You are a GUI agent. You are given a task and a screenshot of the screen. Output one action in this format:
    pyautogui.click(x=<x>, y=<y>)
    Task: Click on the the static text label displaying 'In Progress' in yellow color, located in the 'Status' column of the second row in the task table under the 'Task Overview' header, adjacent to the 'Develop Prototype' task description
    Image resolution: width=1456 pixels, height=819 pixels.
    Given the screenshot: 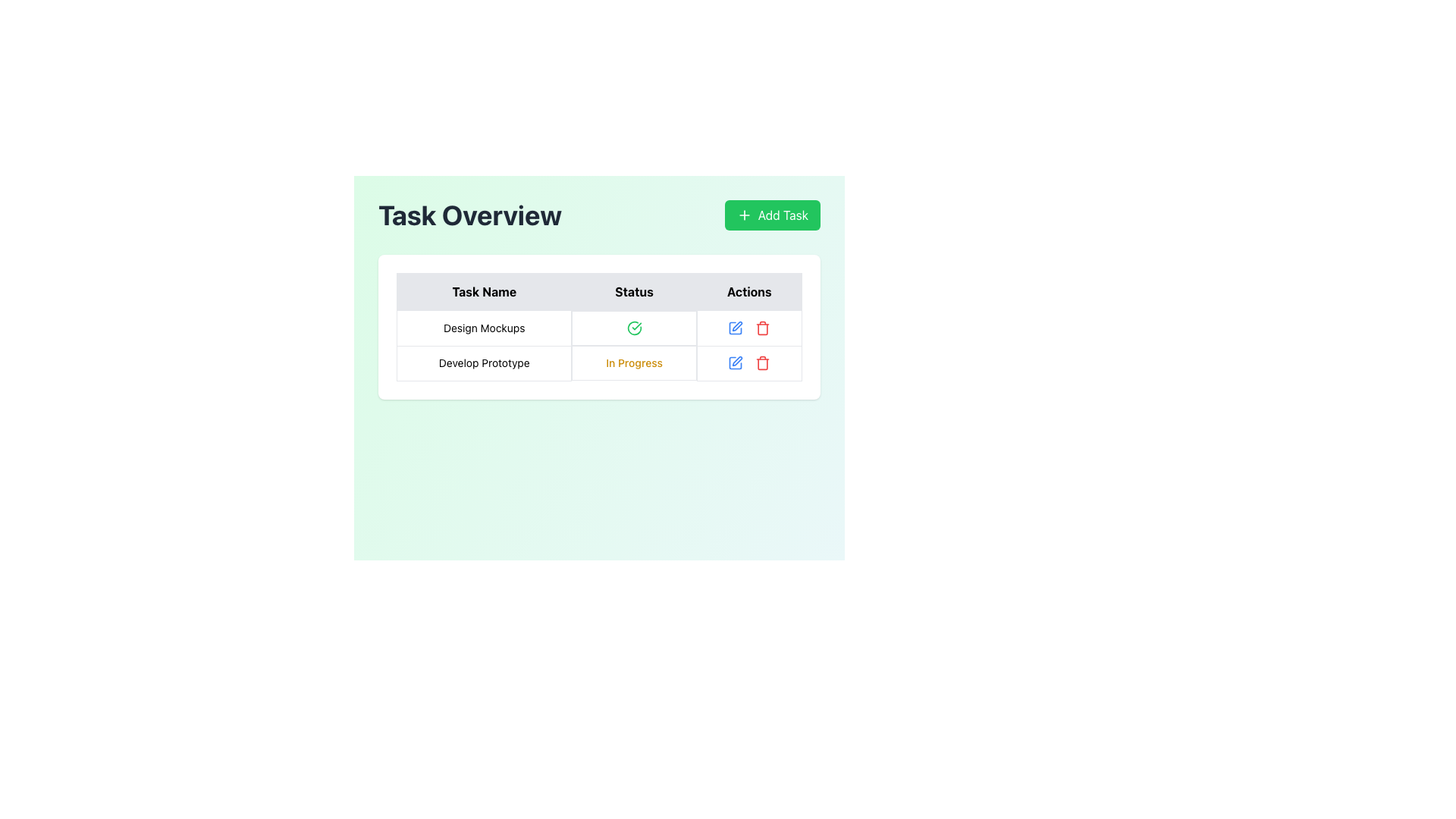 What is the action you would take?
    pyautogui.click(x=634, y=362)
    